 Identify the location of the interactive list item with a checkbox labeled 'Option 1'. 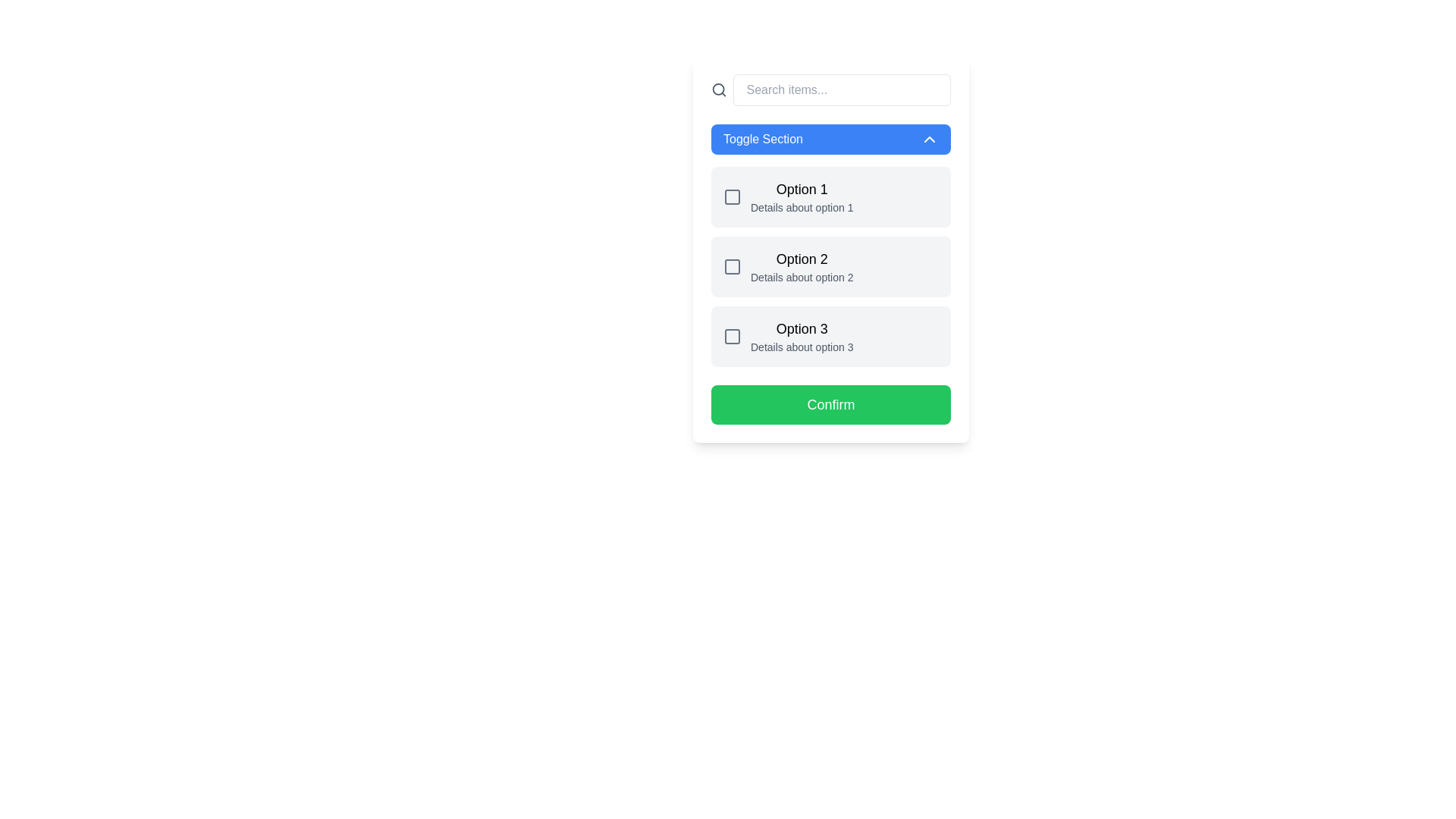
(830, 196).